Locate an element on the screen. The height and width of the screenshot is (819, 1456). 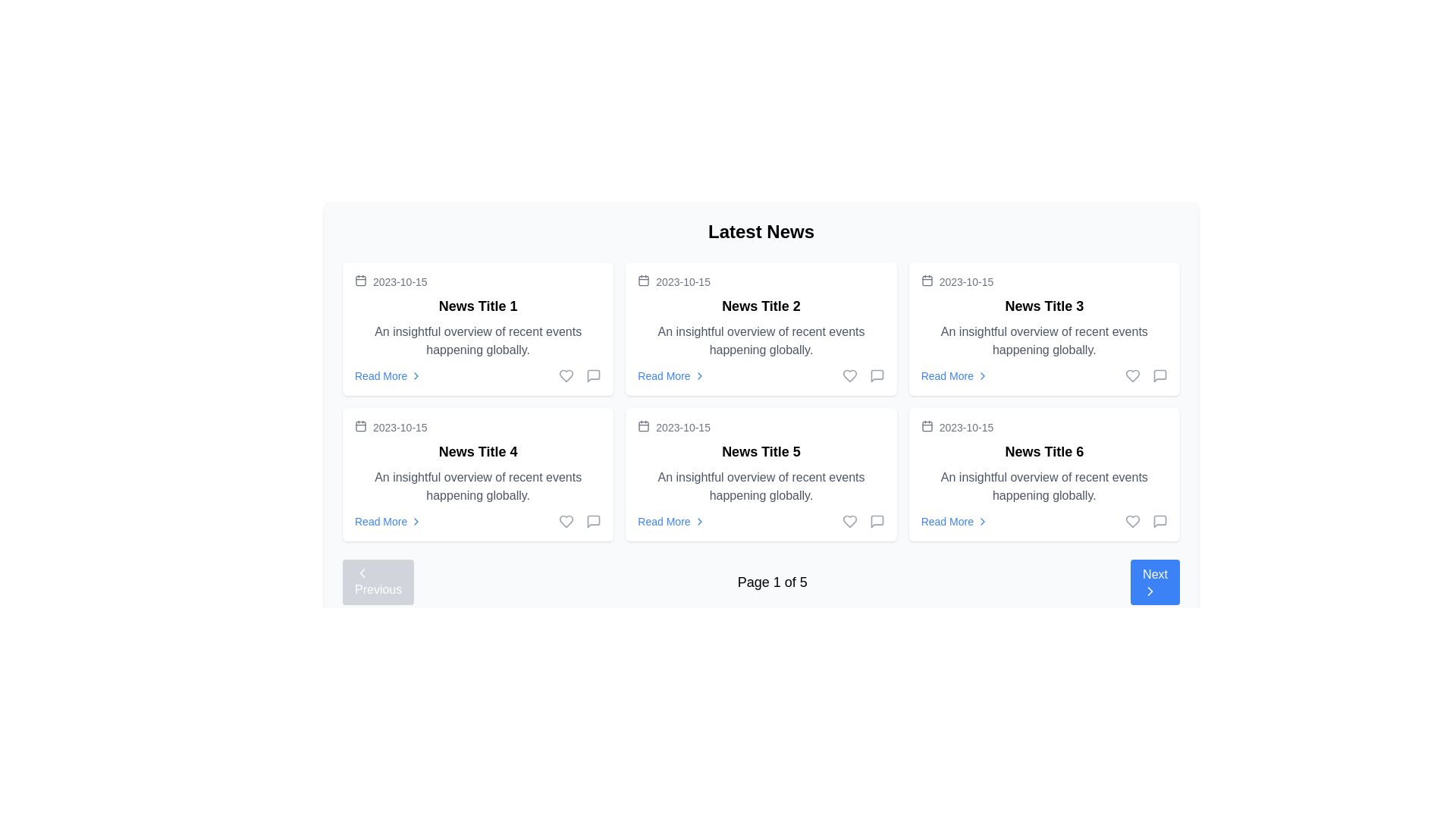
the heart-shaped icon located in the right-bottom corner of the second card ('News Title 2') in the top row of the grid layout is located at coordinates (849, 375).